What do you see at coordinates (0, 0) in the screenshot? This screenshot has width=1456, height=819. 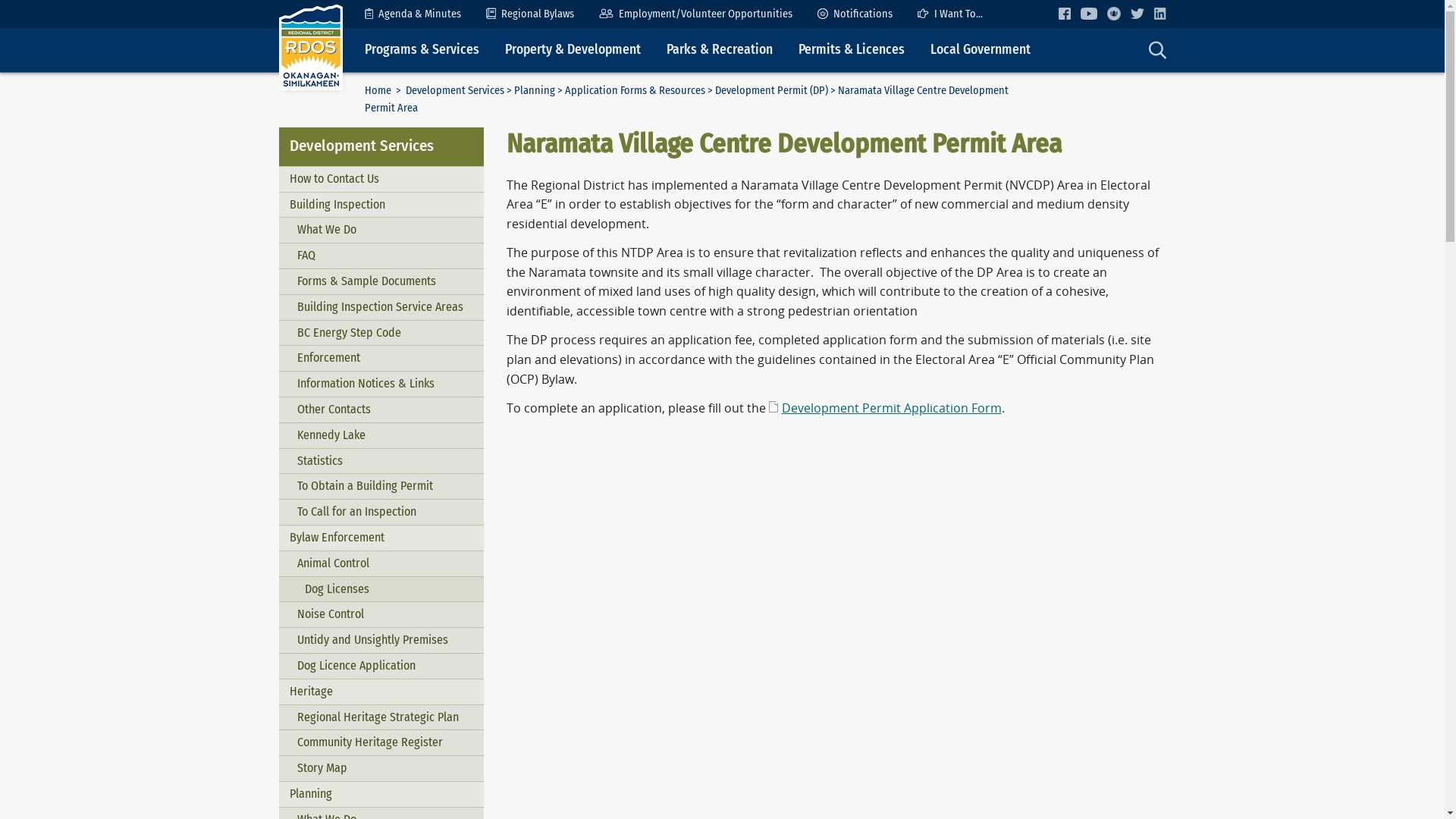 I see `'Skip to Content'` at bounding box center [0, 0].